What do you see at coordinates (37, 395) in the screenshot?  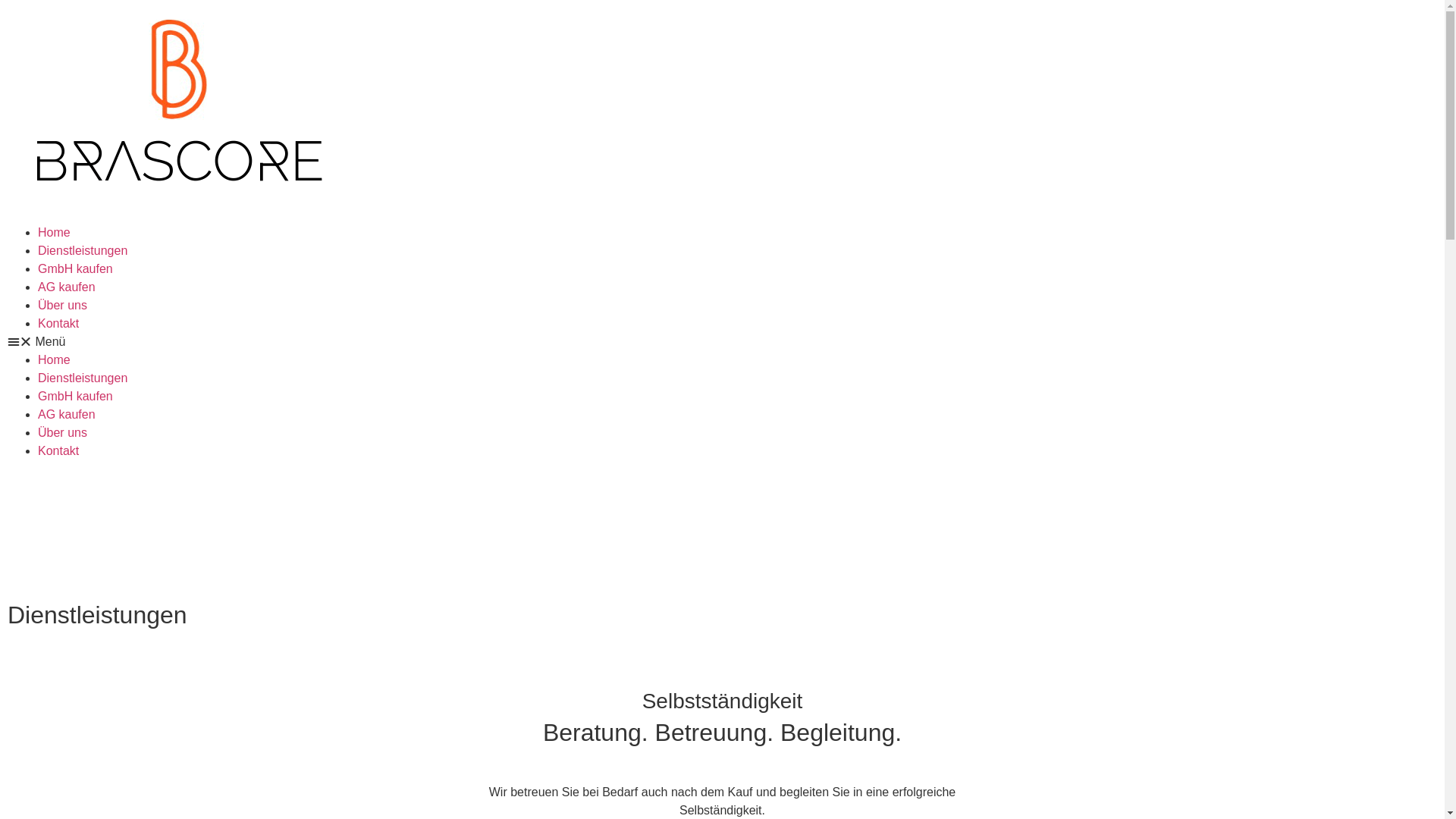 I see `'GmbH kaufen'` at bounding box center [37, 395].